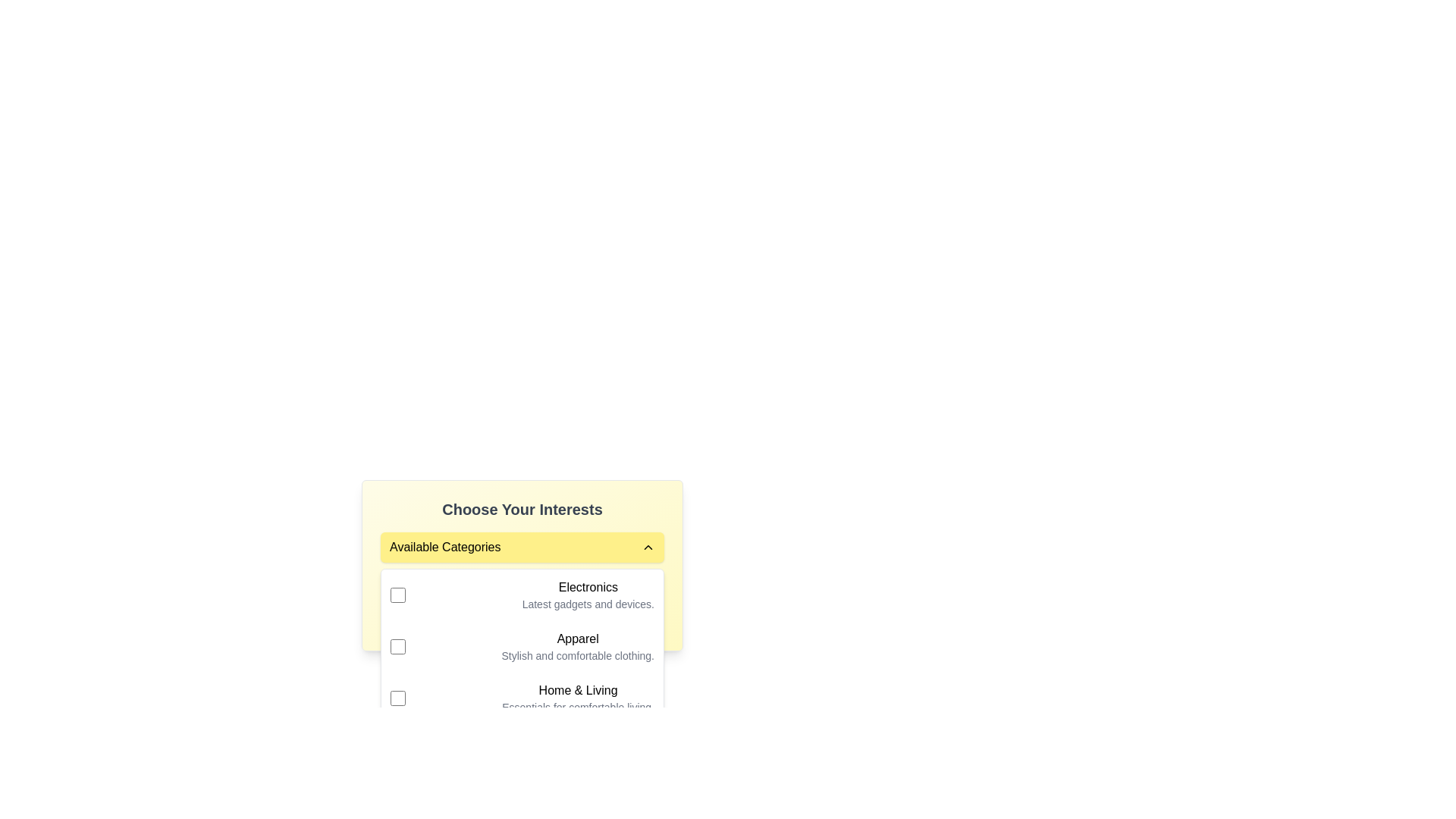 This screenshot has height=819, width=1456. I want to click on the text label that reads 'Choose Your Interests', which is bold, large, and dark gray, positioned at the top of its section, so click(522, 509).